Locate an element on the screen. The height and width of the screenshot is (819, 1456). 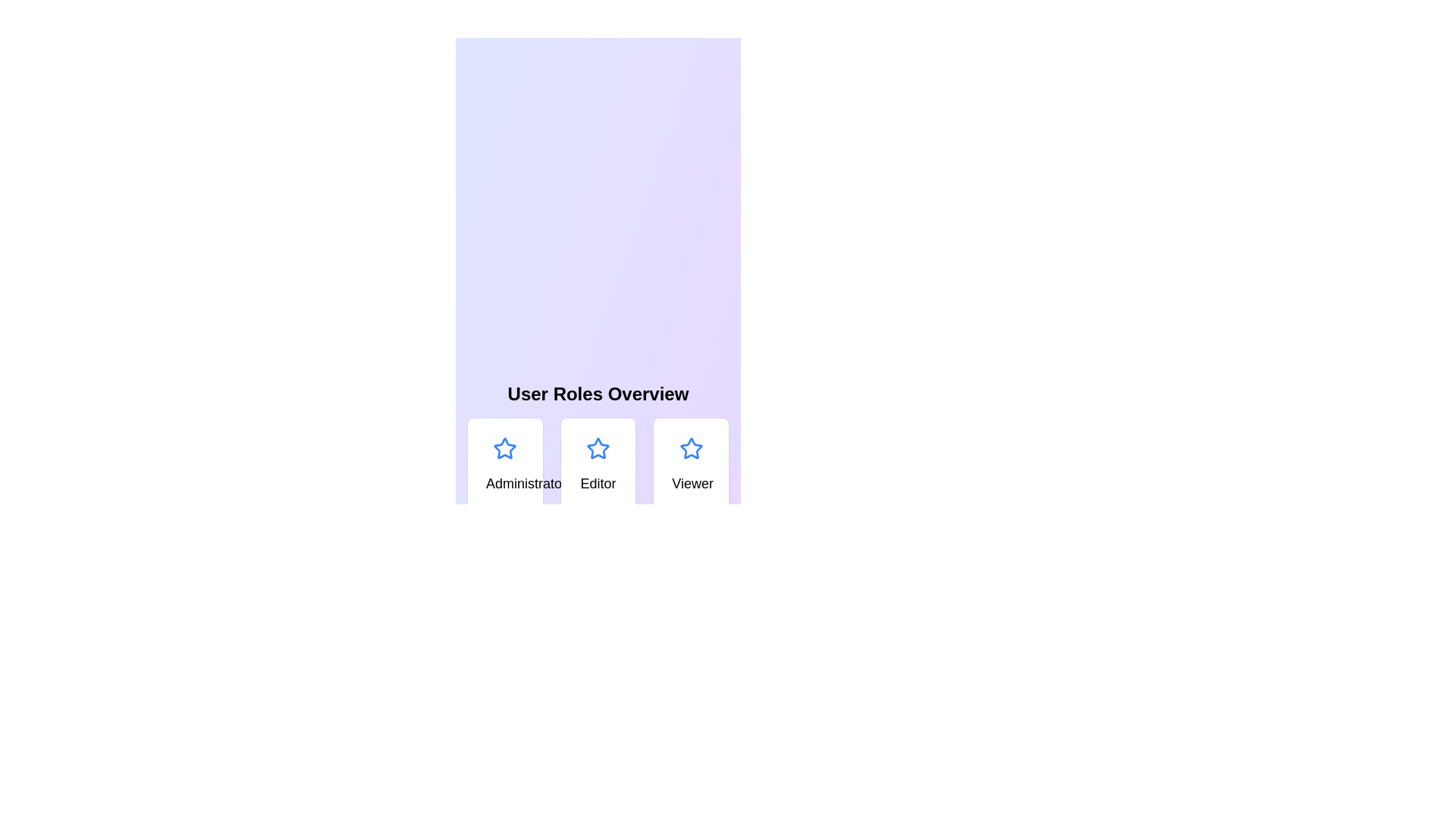
the star icon that represents the 'Viewer' role in the 'User Roles Overview' section, which is the third icon in a horizontal row of three is located at coordinates (690, 447).